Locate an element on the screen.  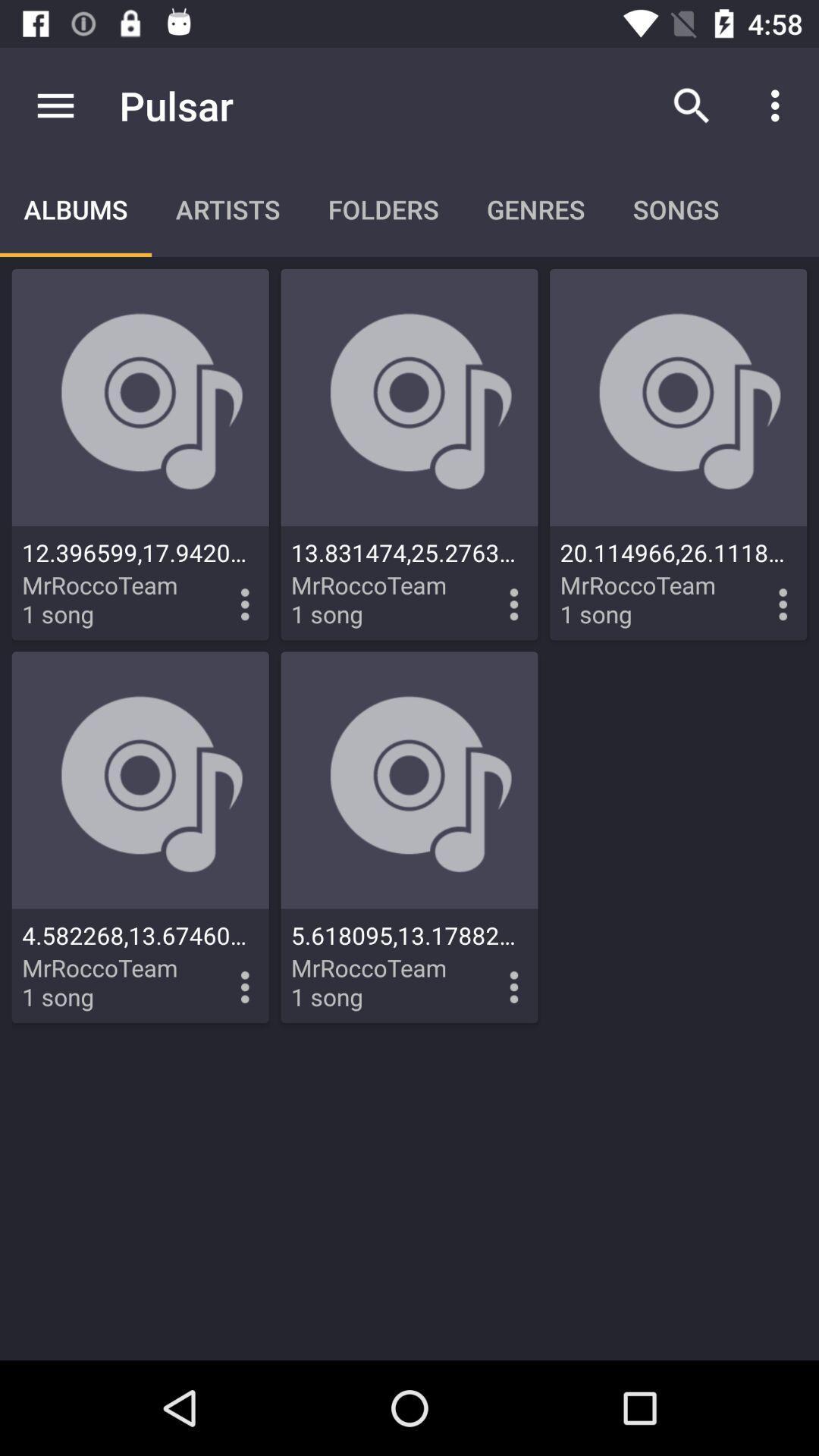
the icon above the albums item is located at coordinates (55, 105).